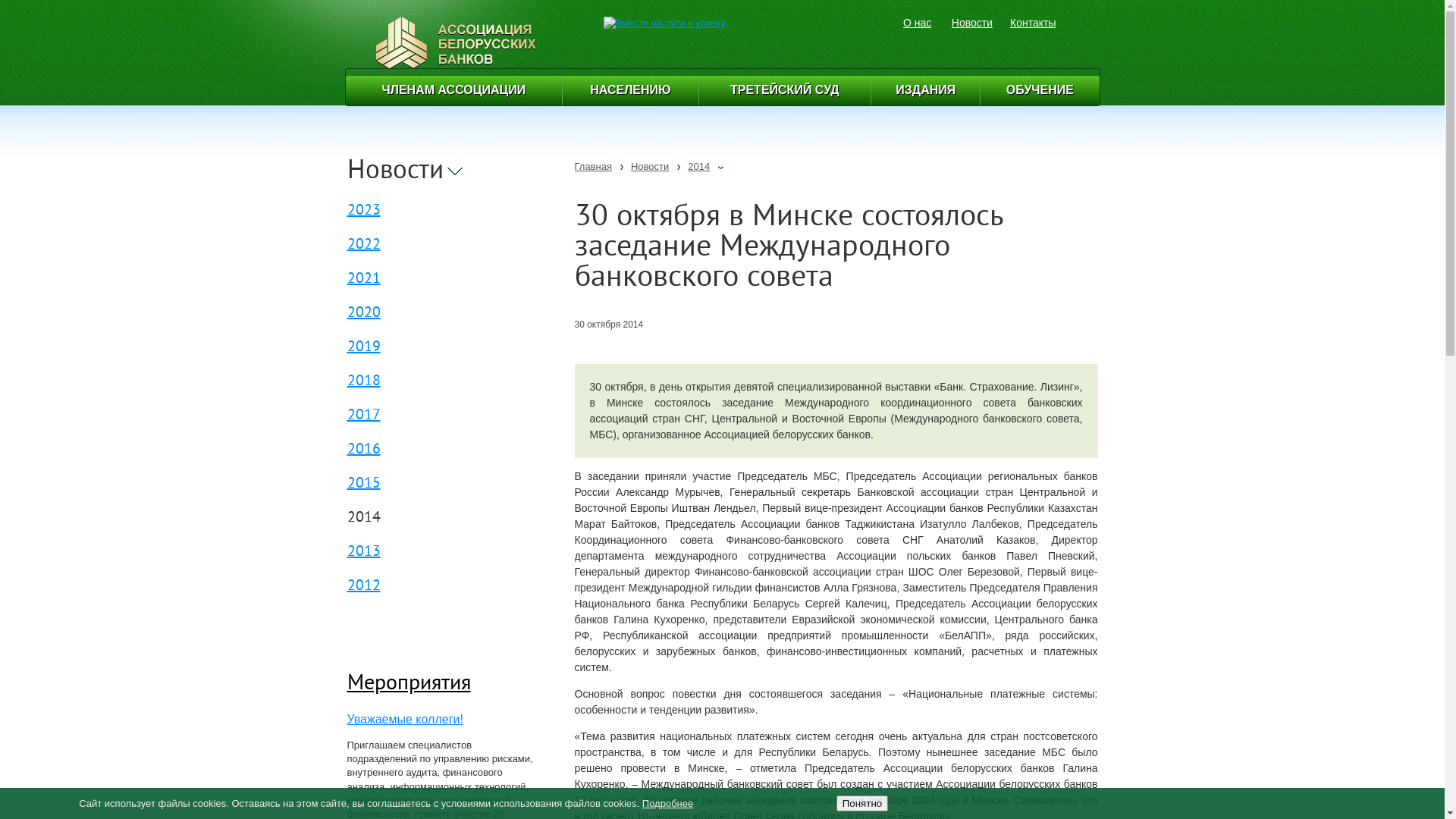 The image size is (1456, 819). Describe the element at coordinates (364, 244) in the screenshot. I see `'2022'` at that location.